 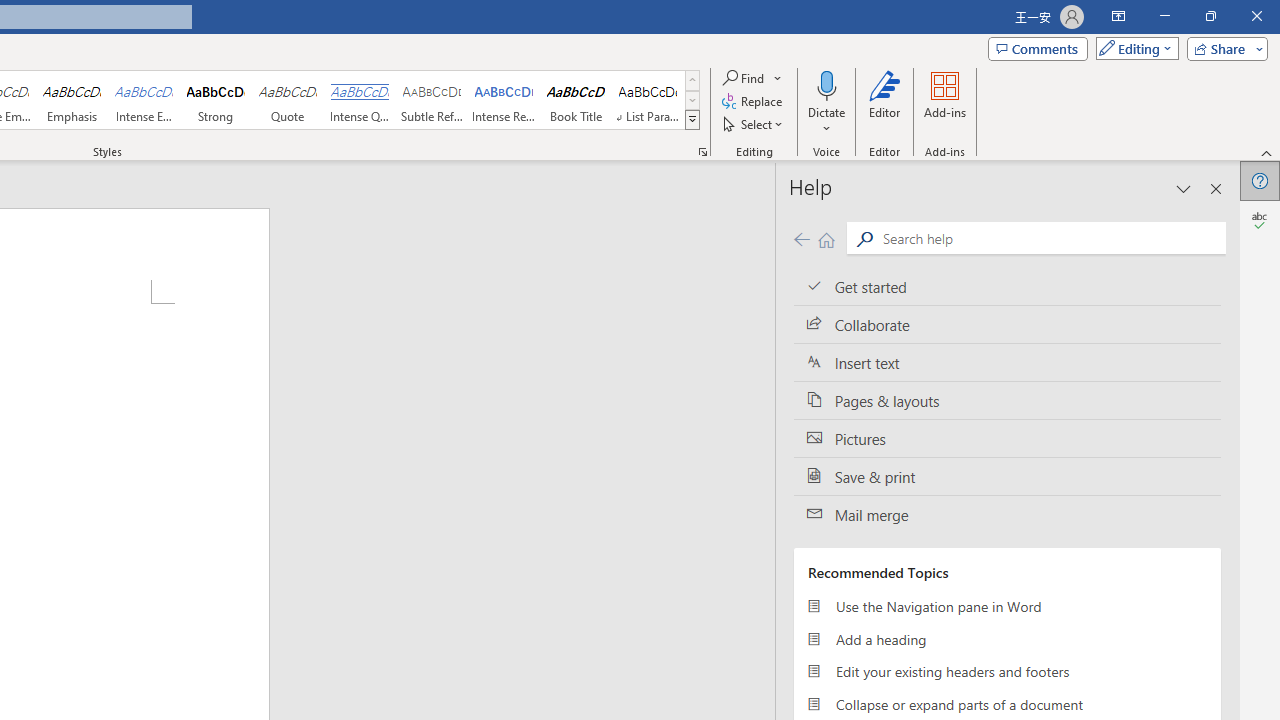 What do you see at coordinates (216, 100) in the screenshot?
I see `'Strong'` at bounding box center [216, 100].